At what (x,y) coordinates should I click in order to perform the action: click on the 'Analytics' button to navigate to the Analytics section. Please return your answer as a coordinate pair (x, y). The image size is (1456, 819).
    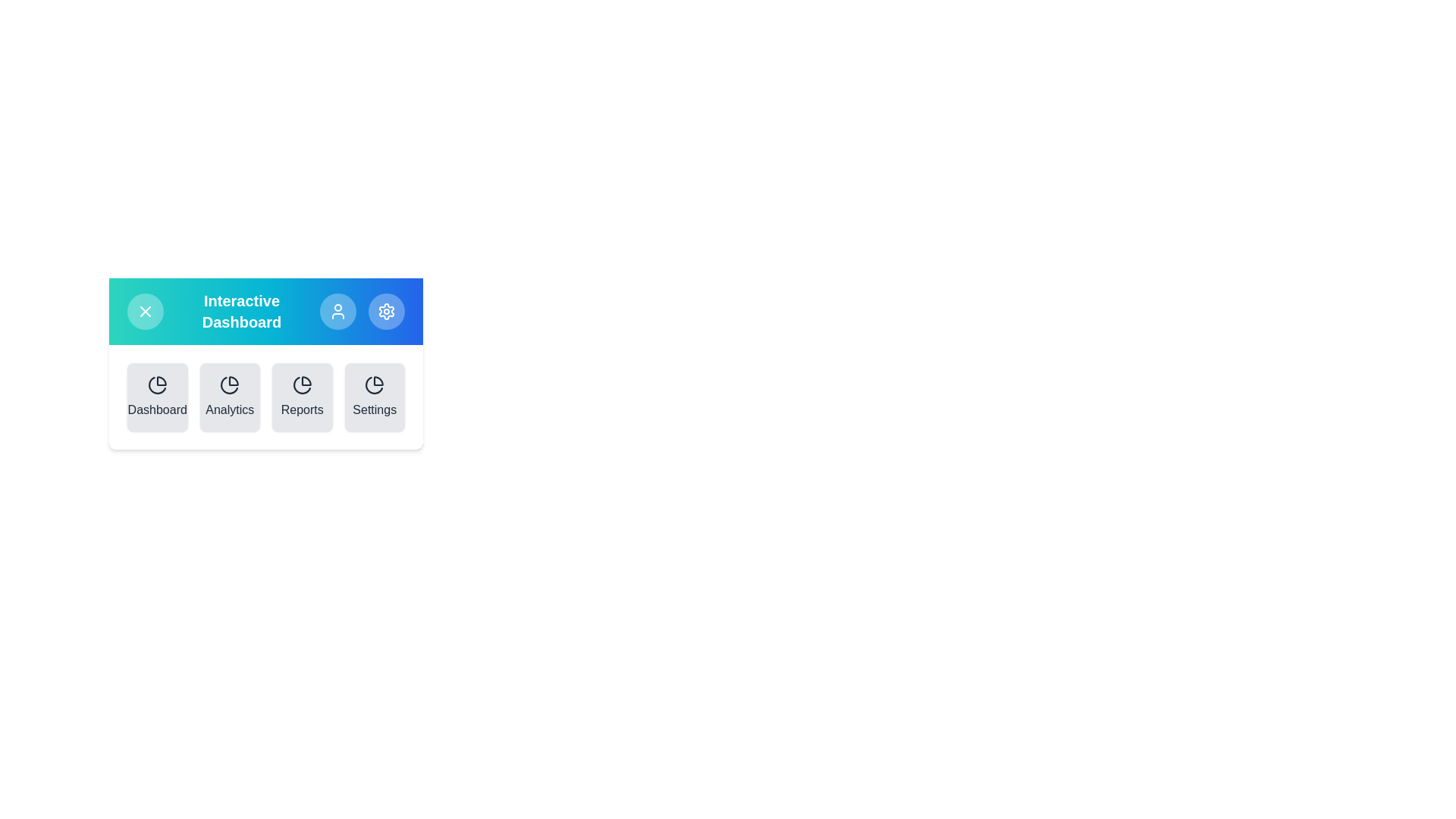
    Looking at the image, I should click on (228, 397).